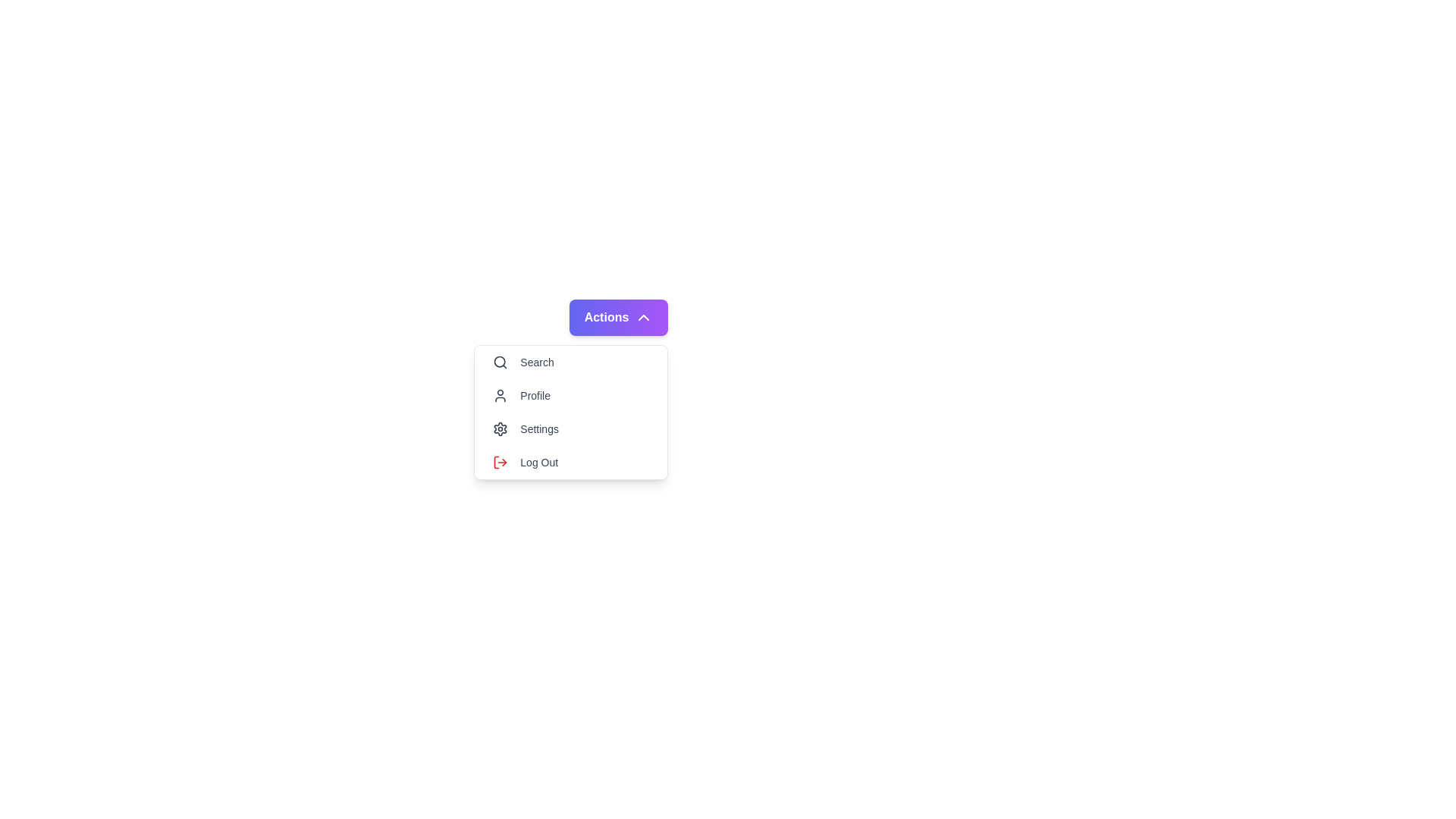 This screenshot has height=819, width=1456. Describe the element at coordinates (644, 317) in the screenshot. I see `the chevron icon next to the 'Actions' button` at that location.